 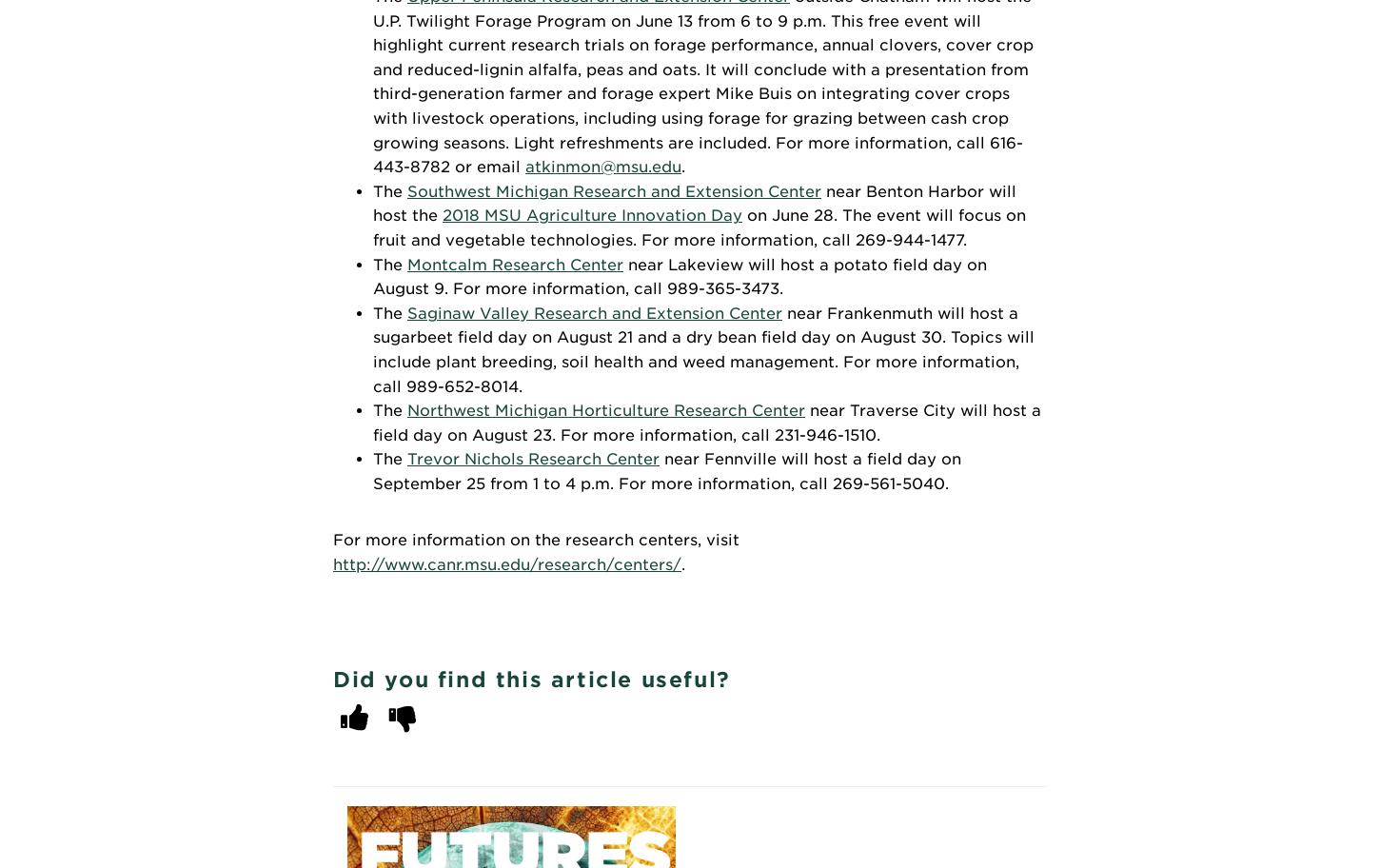 What do you see at coordinates (406, 263) in the screenshot?
I see `'Montcalm Research Center'` at bounding box center [406, 263].